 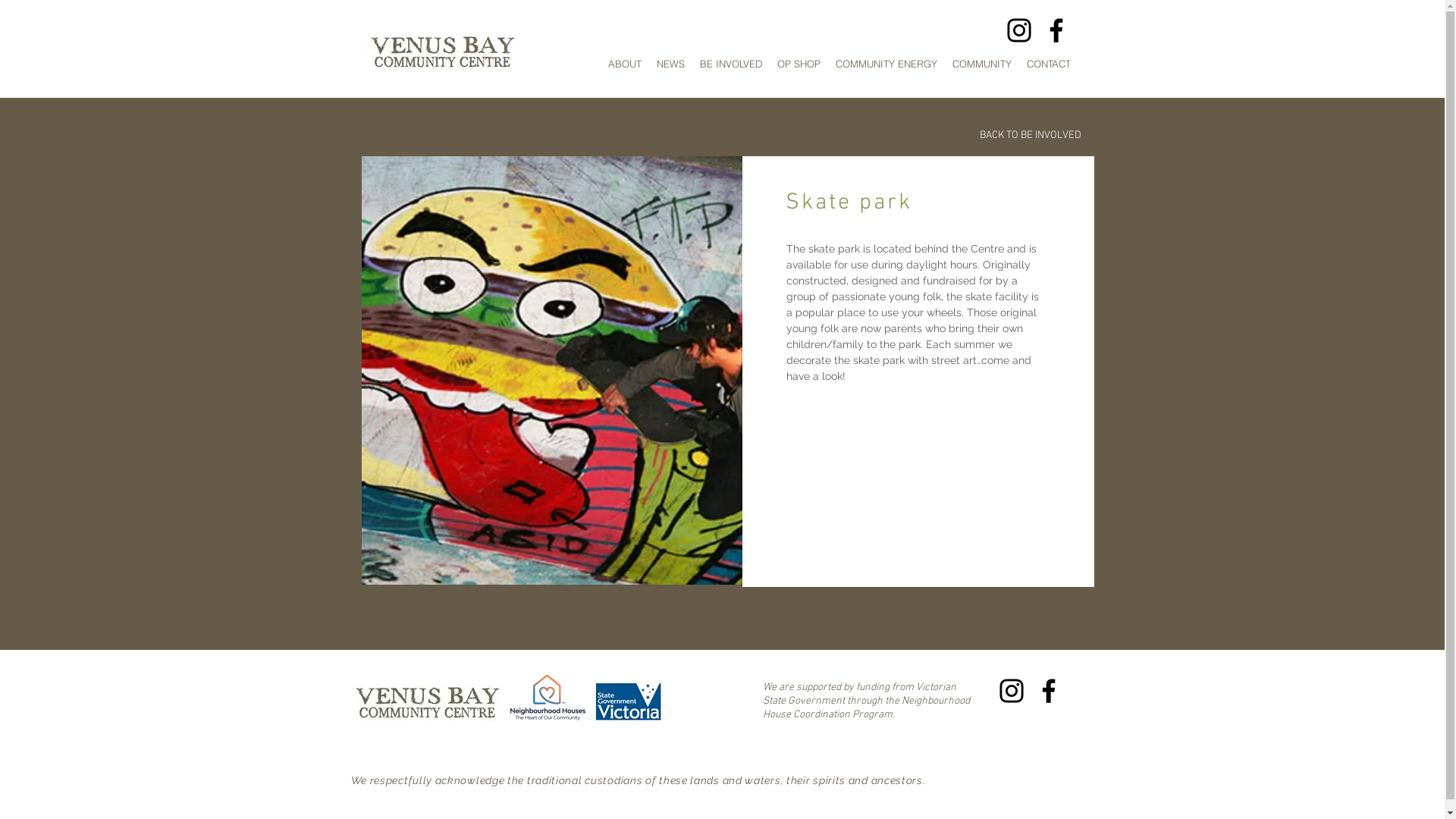 I want to click on 'BACK TO BE INVOLVED', so click(x=971, y=134).